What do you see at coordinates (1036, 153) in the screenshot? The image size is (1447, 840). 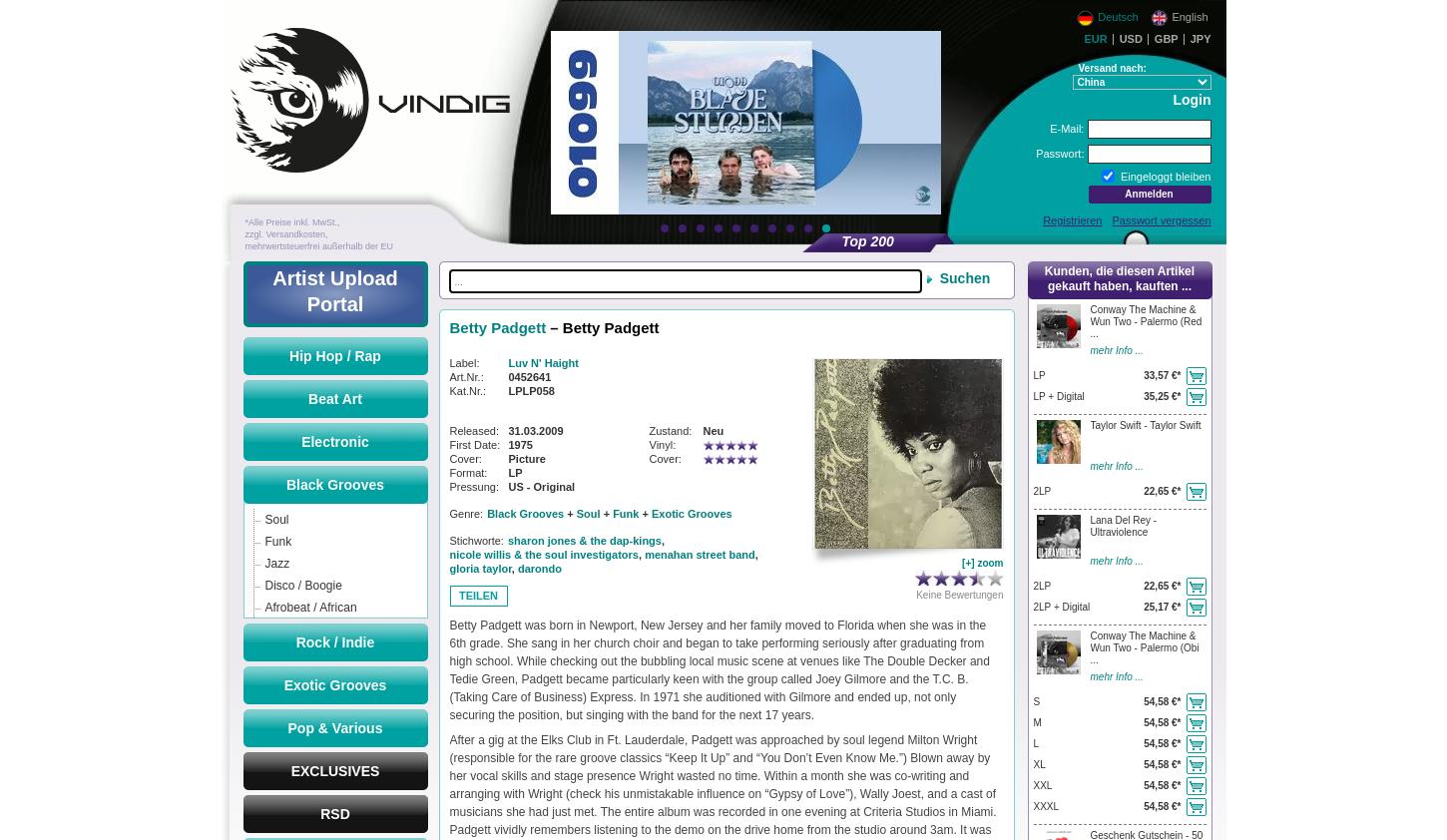 I see `'Passwort:'` at bounding box center [1036, 153].